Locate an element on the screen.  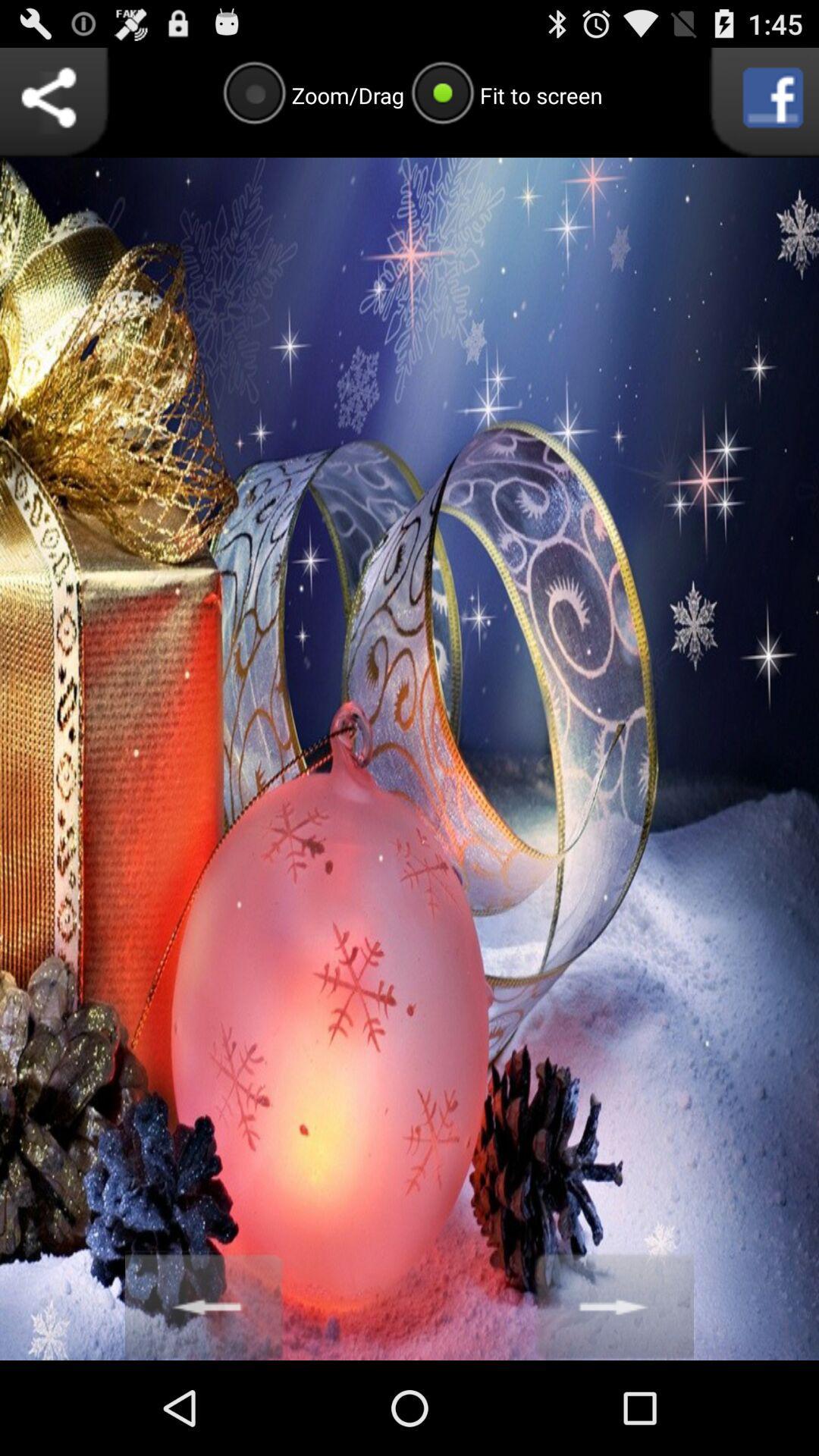
next is located at coordinates (614, 1304).